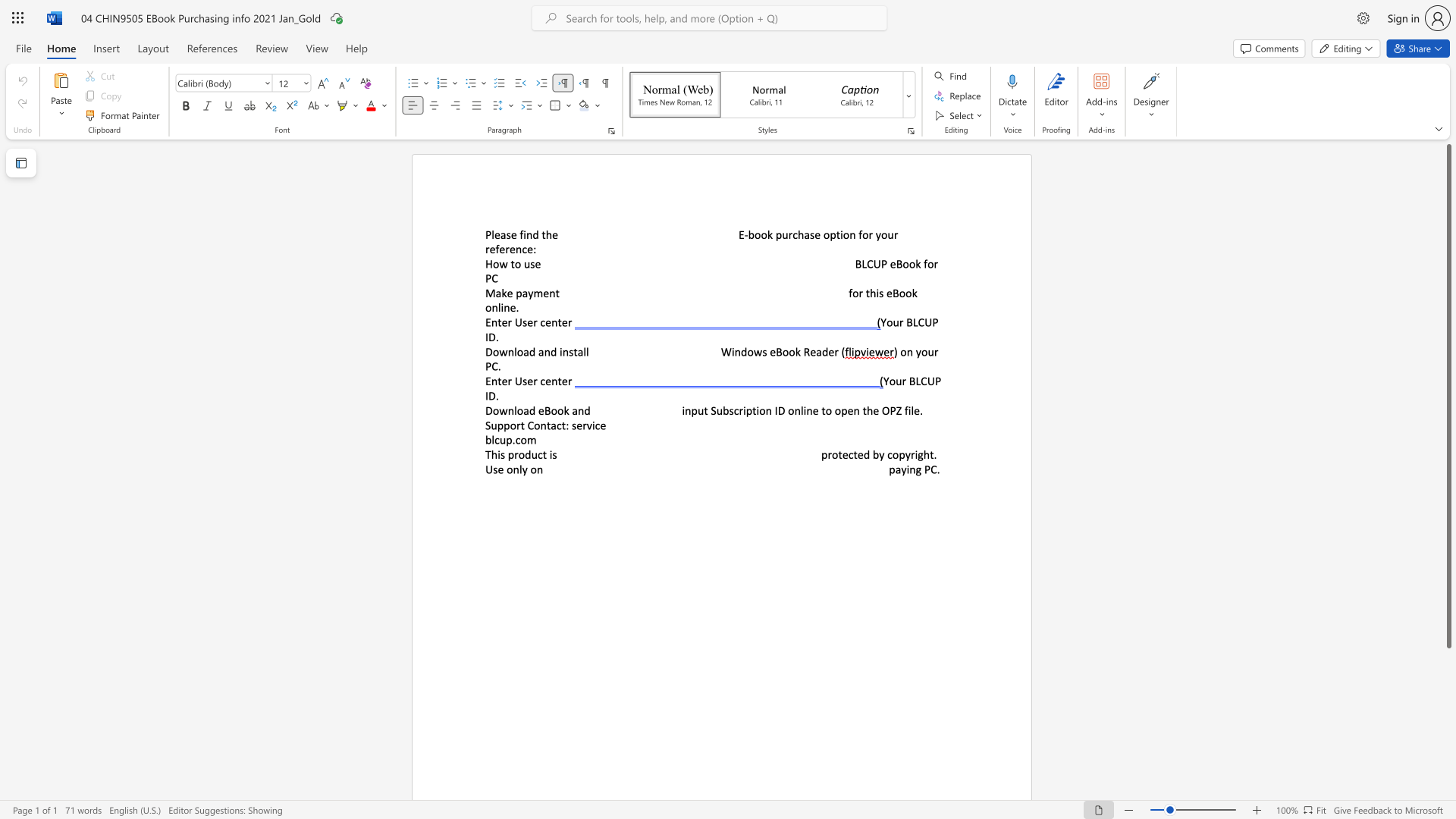 Image resolution: width=1456 pixels, height=819 pixels. What do you see at coordinates (544, 453) in the screenshot?
I see `the 1th character "t" in the text` at bounding box center [544, 453].